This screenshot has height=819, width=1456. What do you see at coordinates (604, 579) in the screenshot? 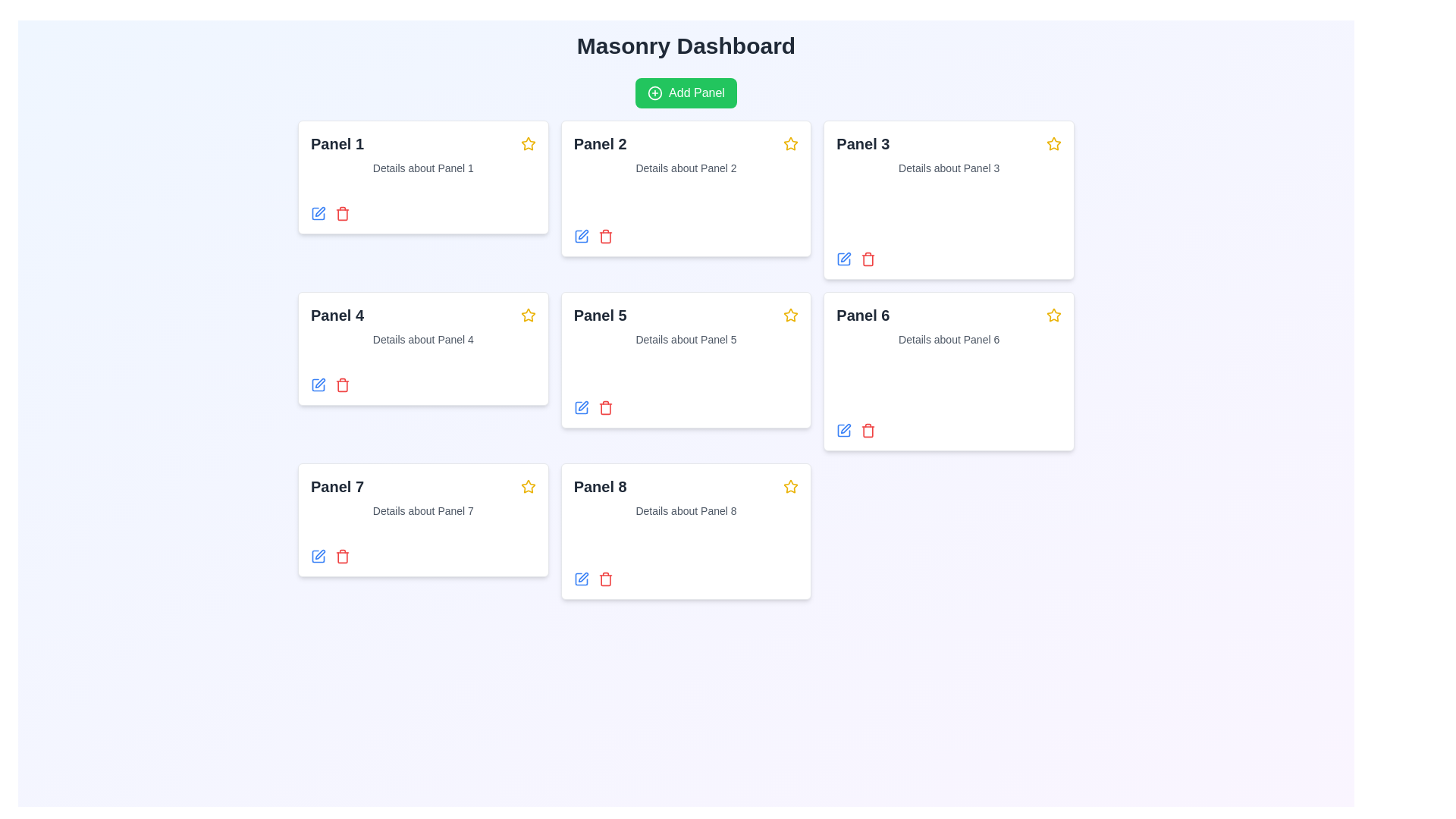
I see `the delete button located in the bottom-right corner of 'Panel 8'` at bounding box center [604, 579].